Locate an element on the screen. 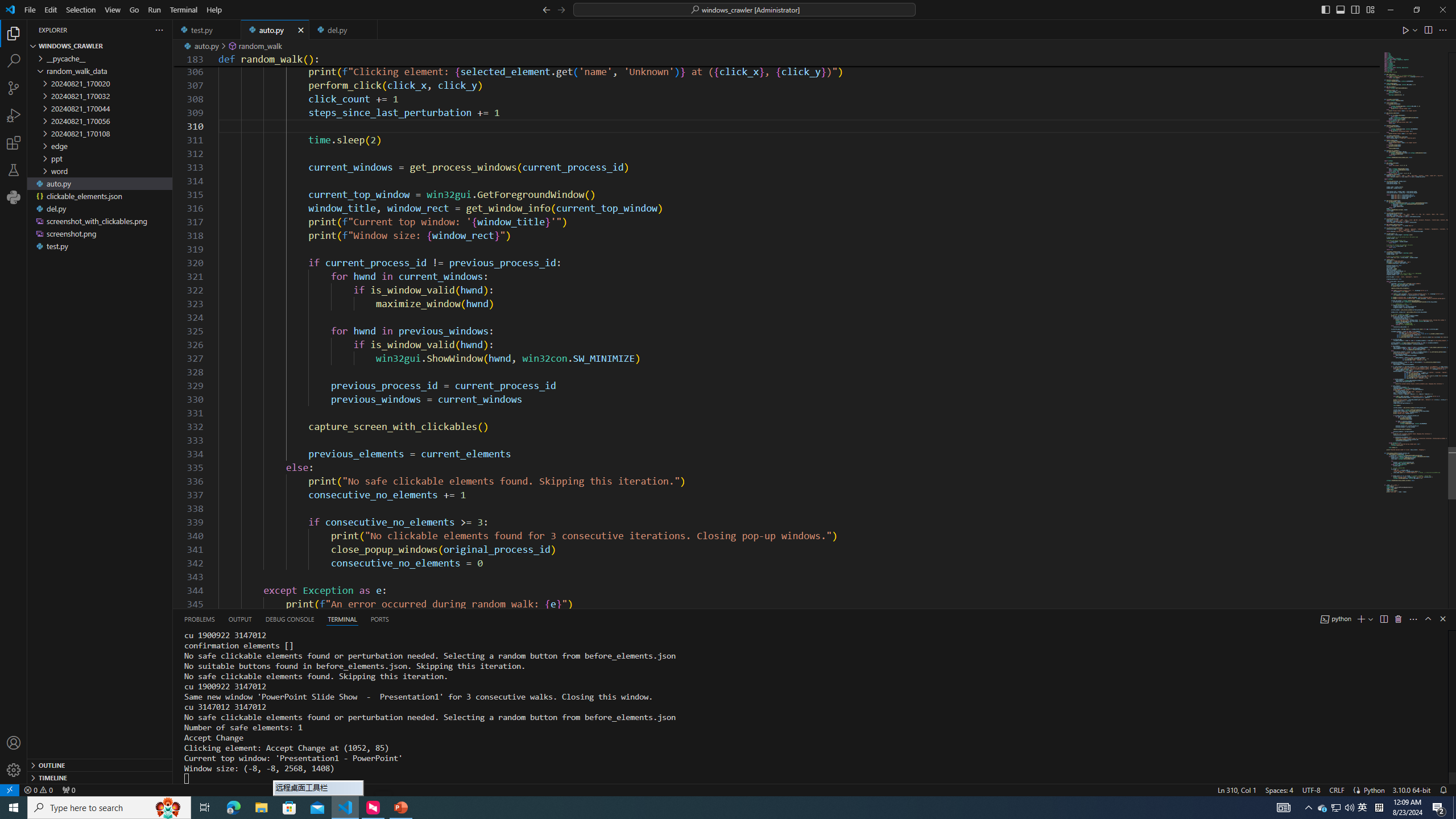  'Spaces: 4' is located at coordinates (1278, 789).